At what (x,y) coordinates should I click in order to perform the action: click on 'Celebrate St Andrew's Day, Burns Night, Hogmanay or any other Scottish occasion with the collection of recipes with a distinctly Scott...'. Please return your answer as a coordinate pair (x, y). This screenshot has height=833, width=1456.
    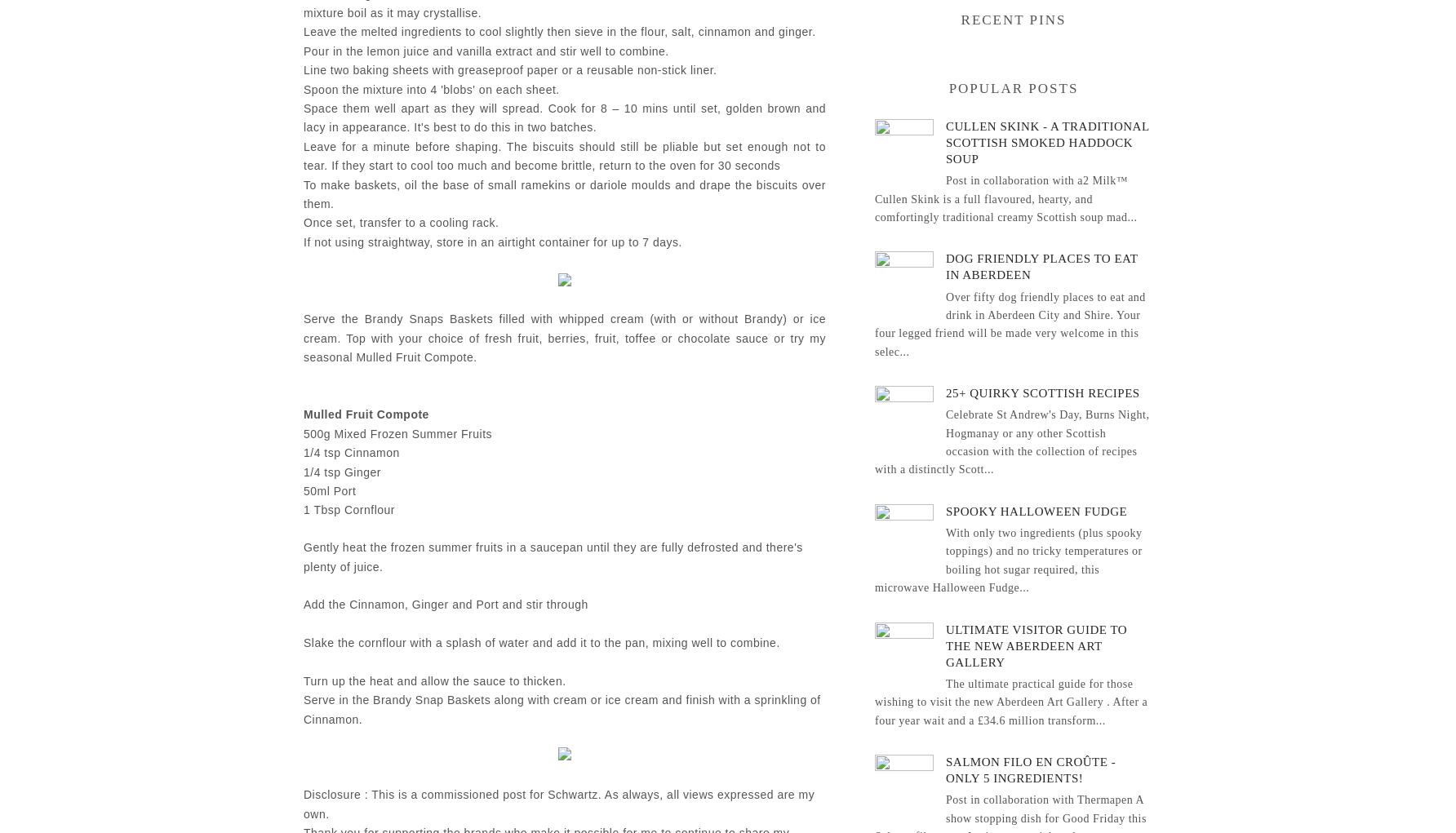
    Looking at the image, I should click on (1011, 442).